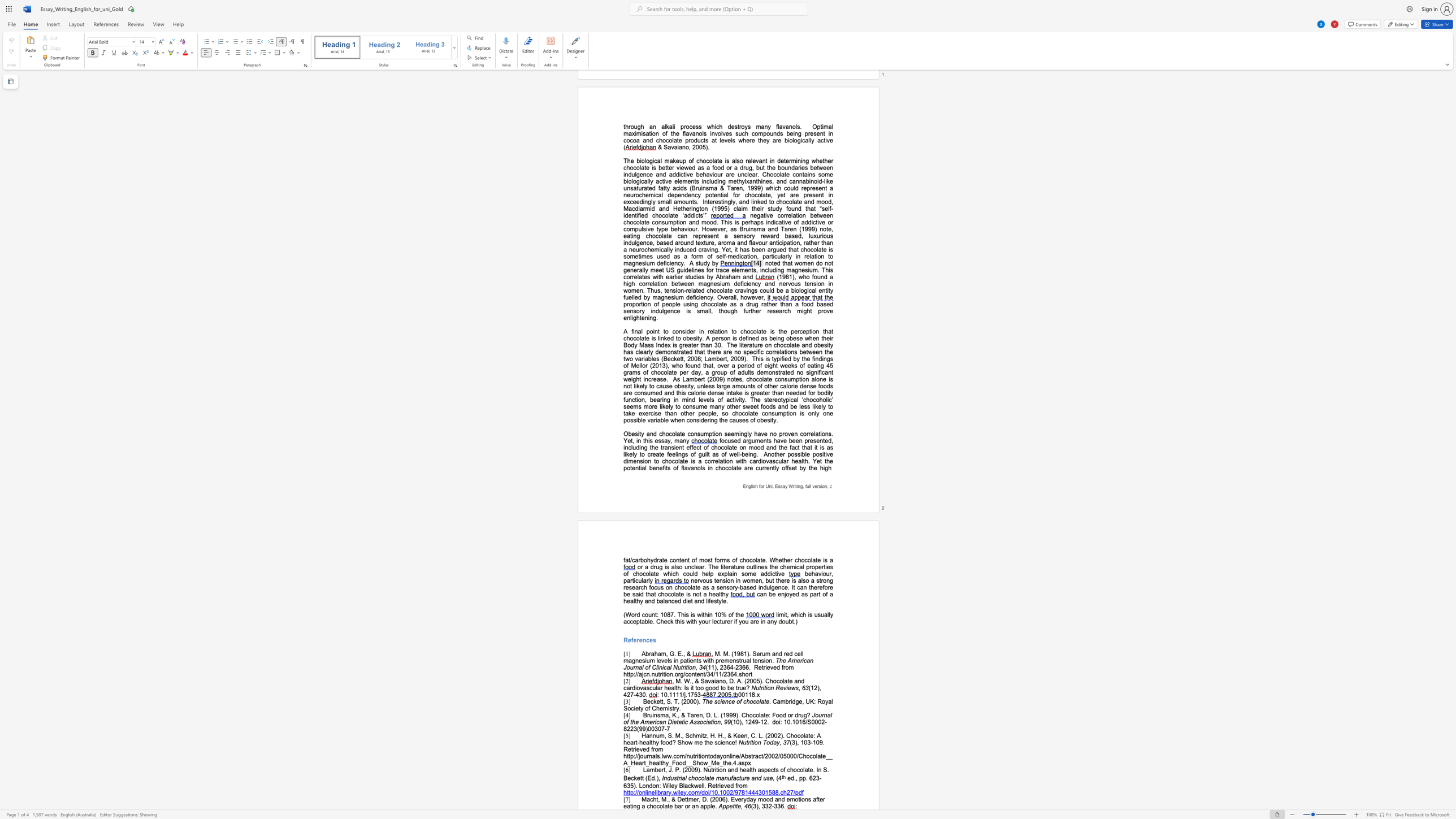 This screenshot has height=819, width=1456. Describe the element at coordinates (781, 798) in the screenshot. I see `the subset text "d emotions after eating a chocolate bar or an" within the text "Macht, M., & Dettmer, D. (2006). Everyday mood and emotions after eating a chocolate bar or an apple."` at that location.